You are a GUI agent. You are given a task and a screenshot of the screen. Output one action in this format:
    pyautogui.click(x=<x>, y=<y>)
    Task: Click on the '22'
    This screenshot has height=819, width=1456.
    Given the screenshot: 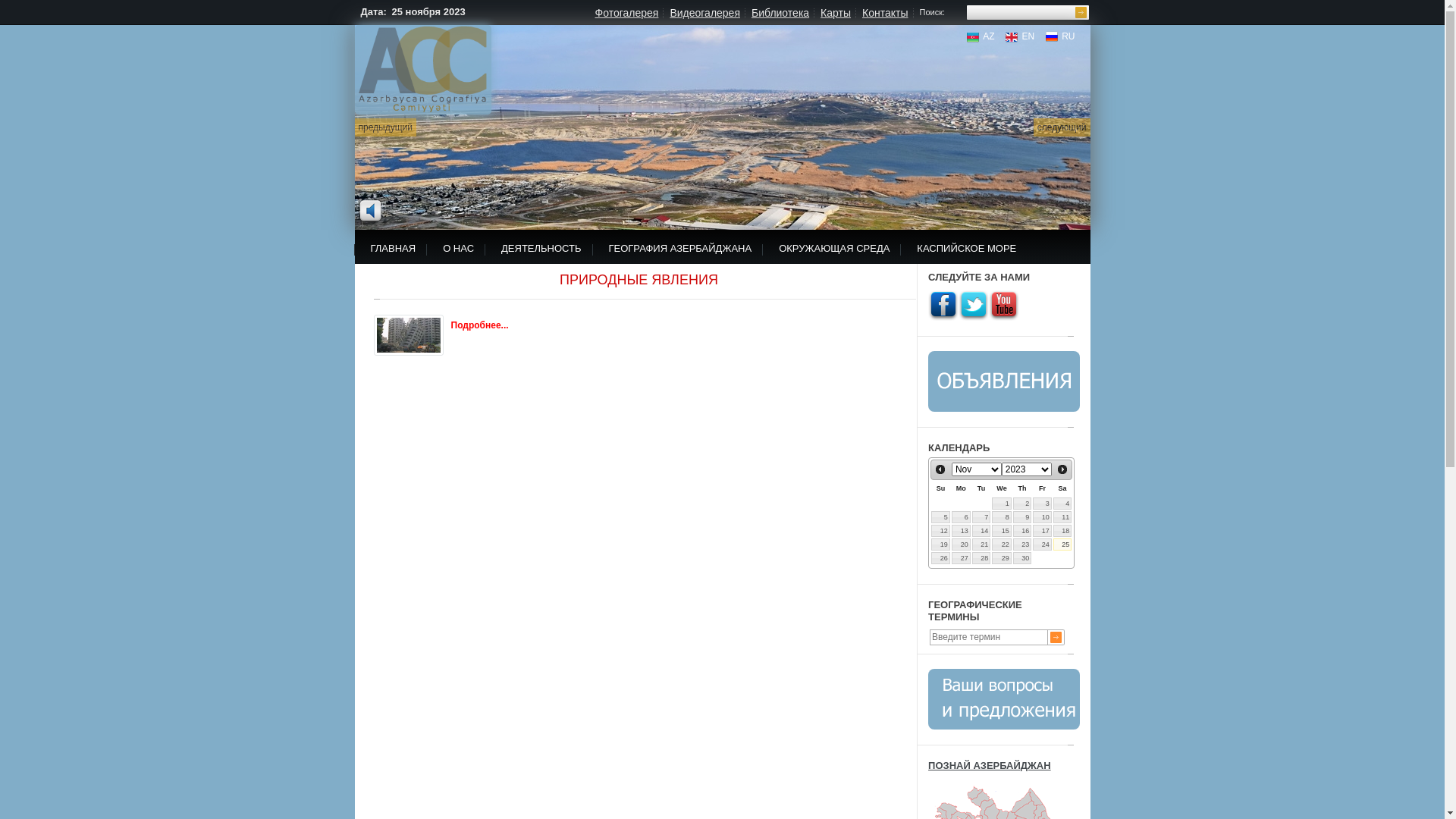 What is the action you would take?
    pyautogui.click(x=1001, y=543)
    